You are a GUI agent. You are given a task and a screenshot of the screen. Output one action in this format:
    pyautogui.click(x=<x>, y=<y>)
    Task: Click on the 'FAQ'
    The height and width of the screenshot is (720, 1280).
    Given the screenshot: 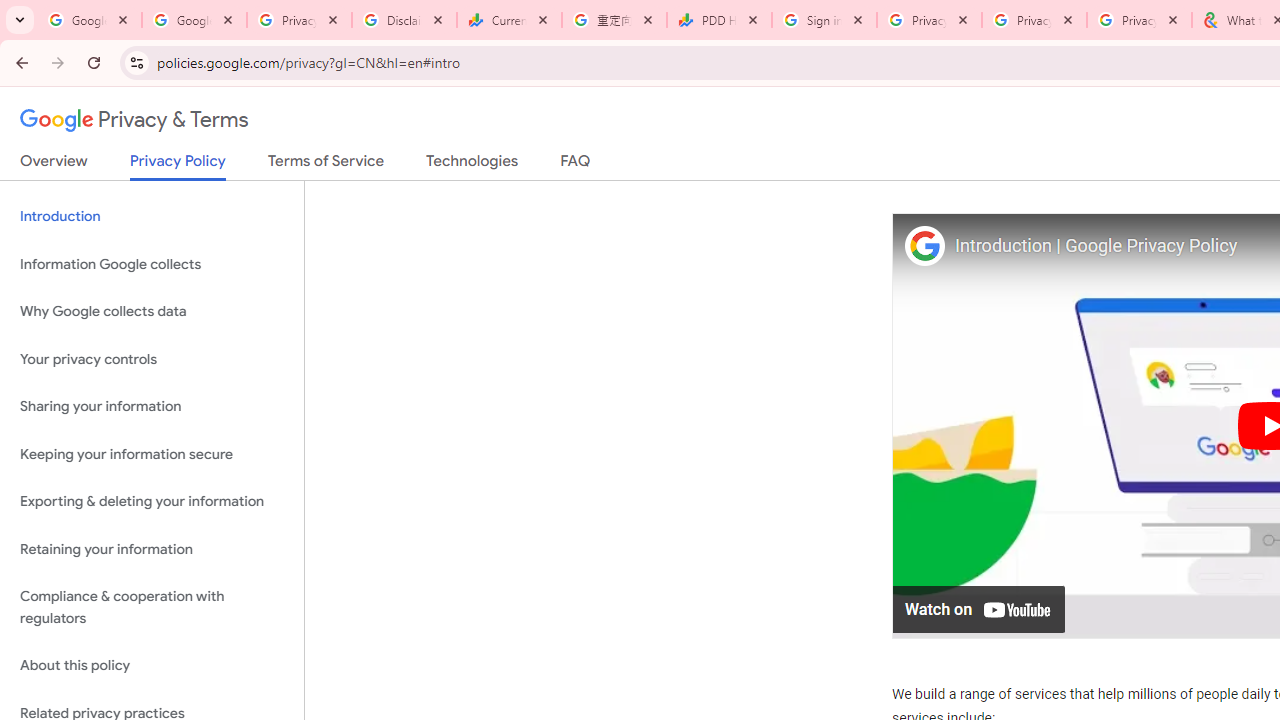 What is the action you would take?
    pyautogui.click(x=575, y=164)
    